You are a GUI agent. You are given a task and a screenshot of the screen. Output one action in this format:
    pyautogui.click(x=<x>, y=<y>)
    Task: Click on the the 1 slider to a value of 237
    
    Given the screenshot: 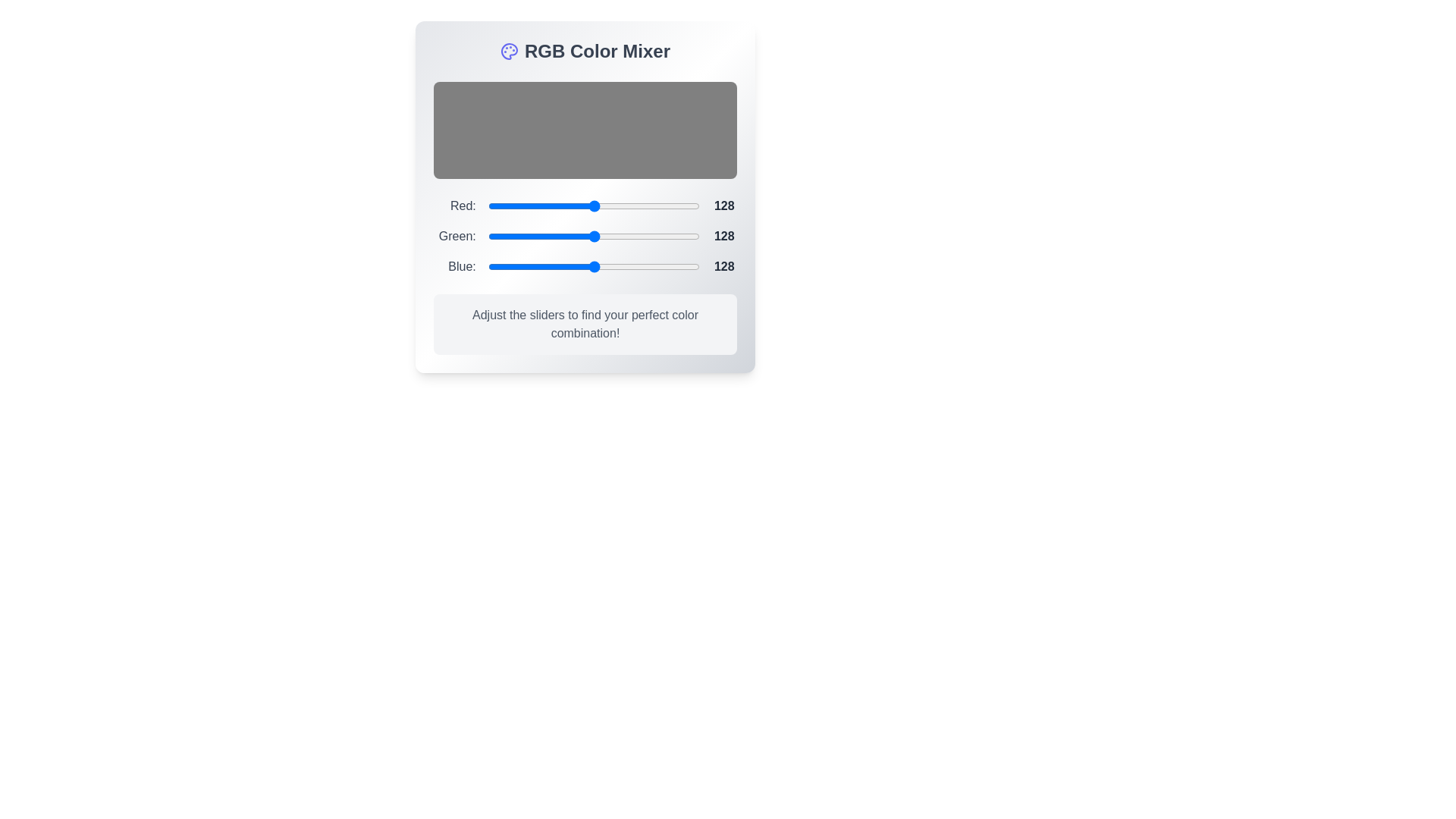 What is the action you would take?
    pyautogui.click(x=691, y=237)
    